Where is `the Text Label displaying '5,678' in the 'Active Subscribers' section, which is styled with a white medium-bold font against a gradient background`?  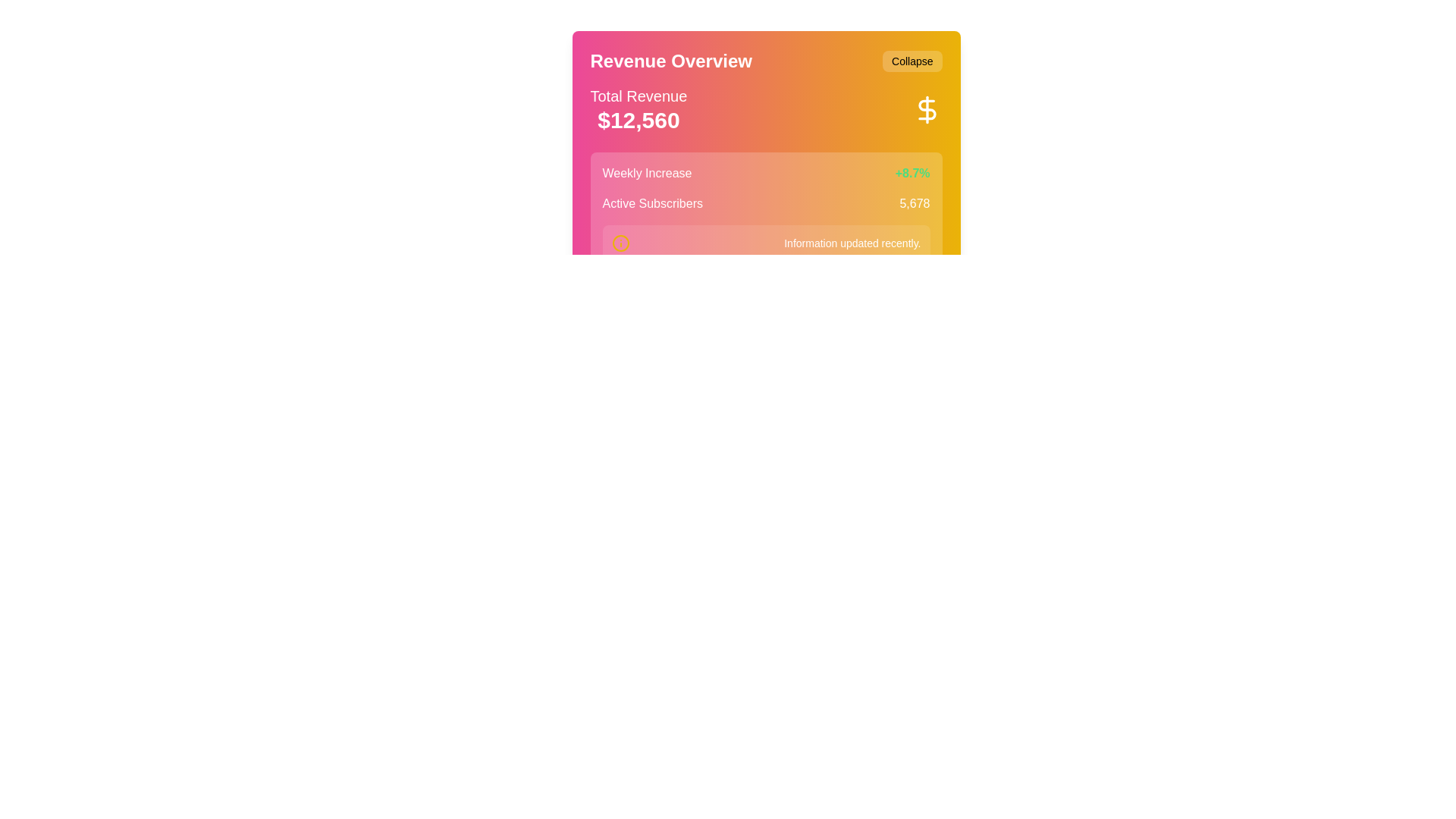
the Text Label displaying '5,678' in the 'Active Subscribers' section, which is styled with a white medium-bold font against a gradient background is located at coordinates (914, 203).